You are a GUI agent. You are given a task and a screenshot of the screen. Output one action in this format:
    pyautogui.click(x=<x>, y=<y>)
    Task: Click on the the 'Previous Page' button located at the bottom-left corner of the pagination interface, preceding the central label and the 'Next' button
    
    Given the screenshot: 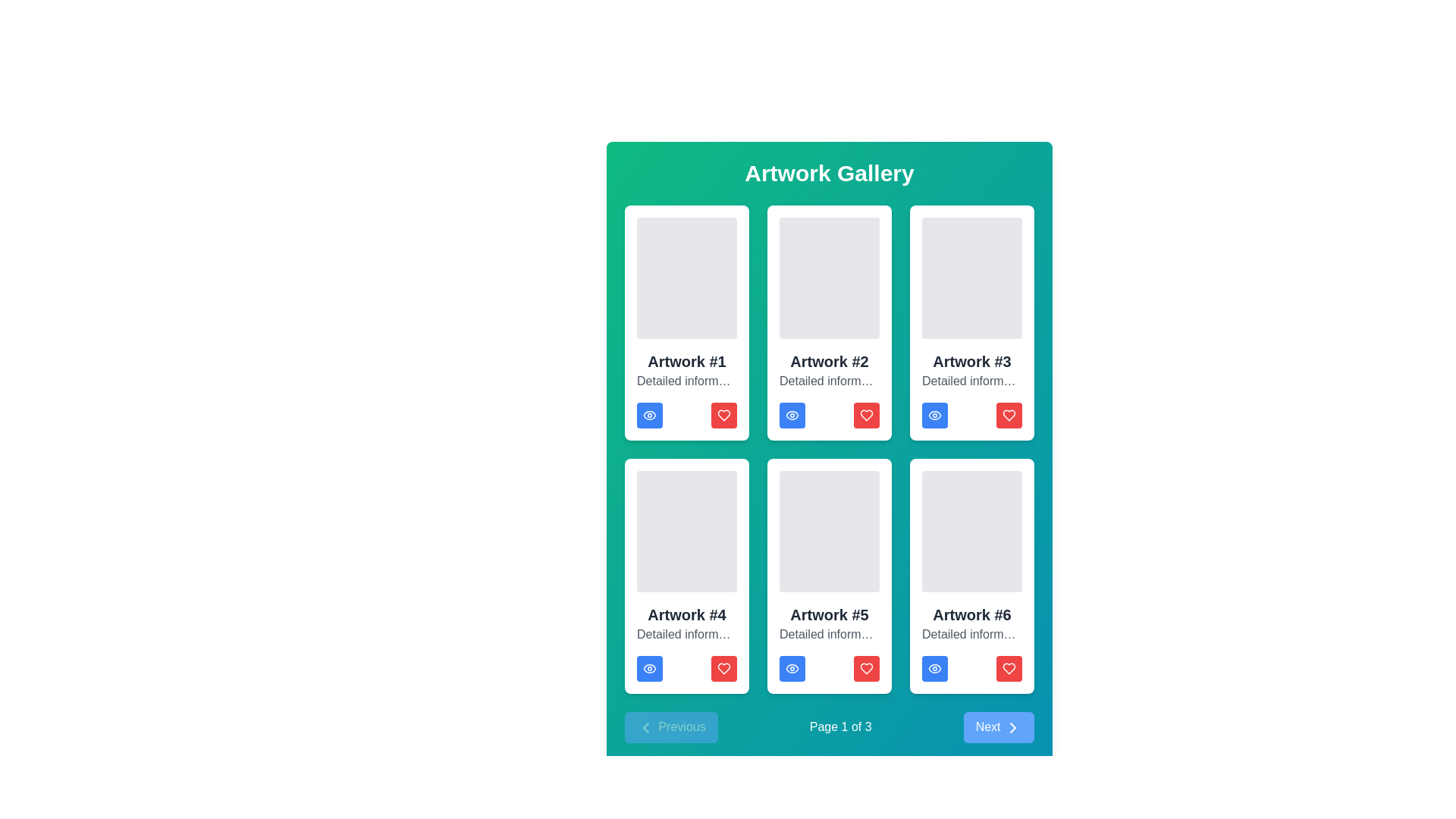 What is the action you would take?
    pyautogui.click(x=670, y=726)
    